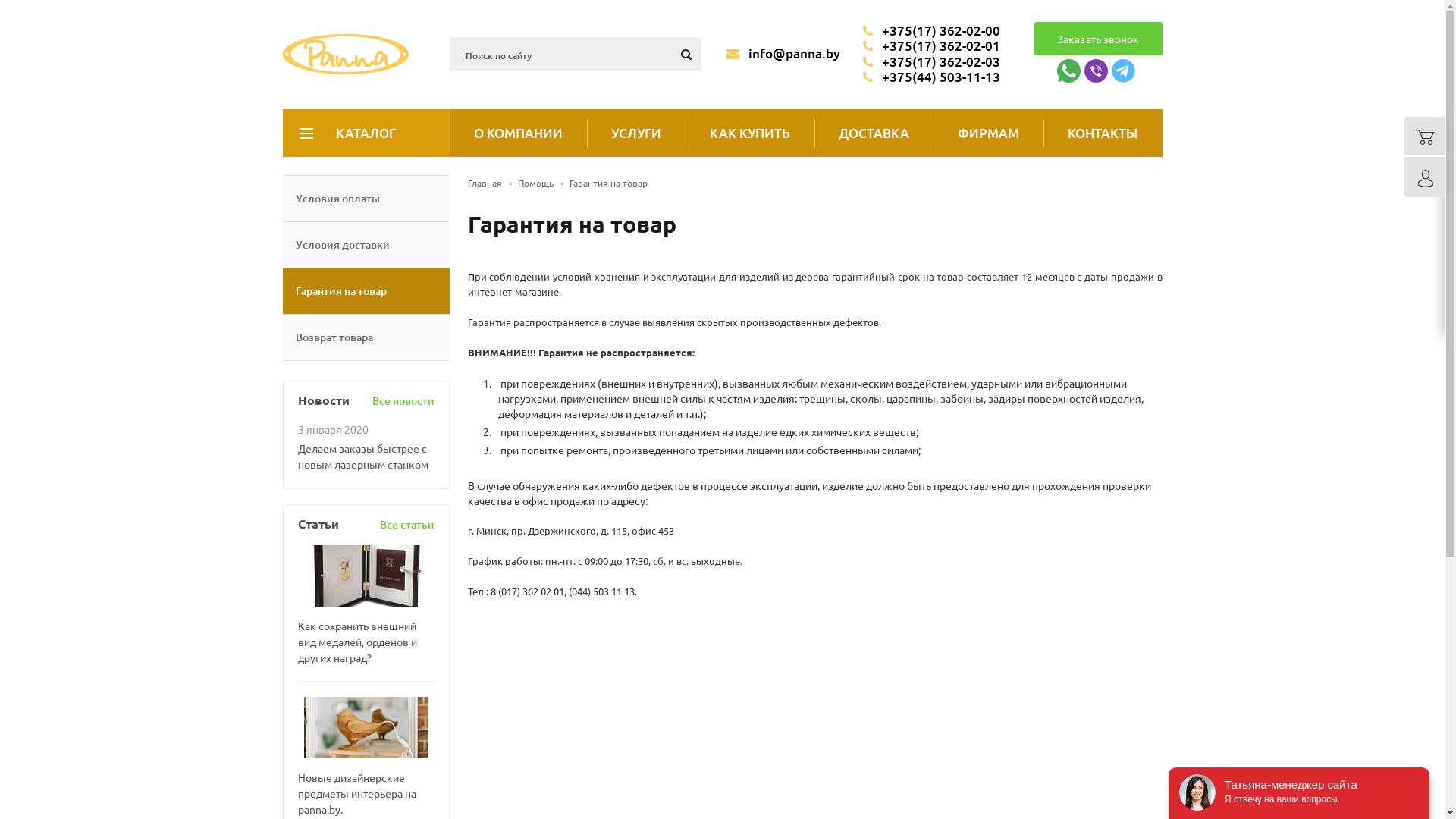 The width and height of the screenshot is (1456, 819). What do you see at coordinates (930, 45) in the screenshot?
I see `'+375(17) 362-02-01'` at bounding box center [930, 45].